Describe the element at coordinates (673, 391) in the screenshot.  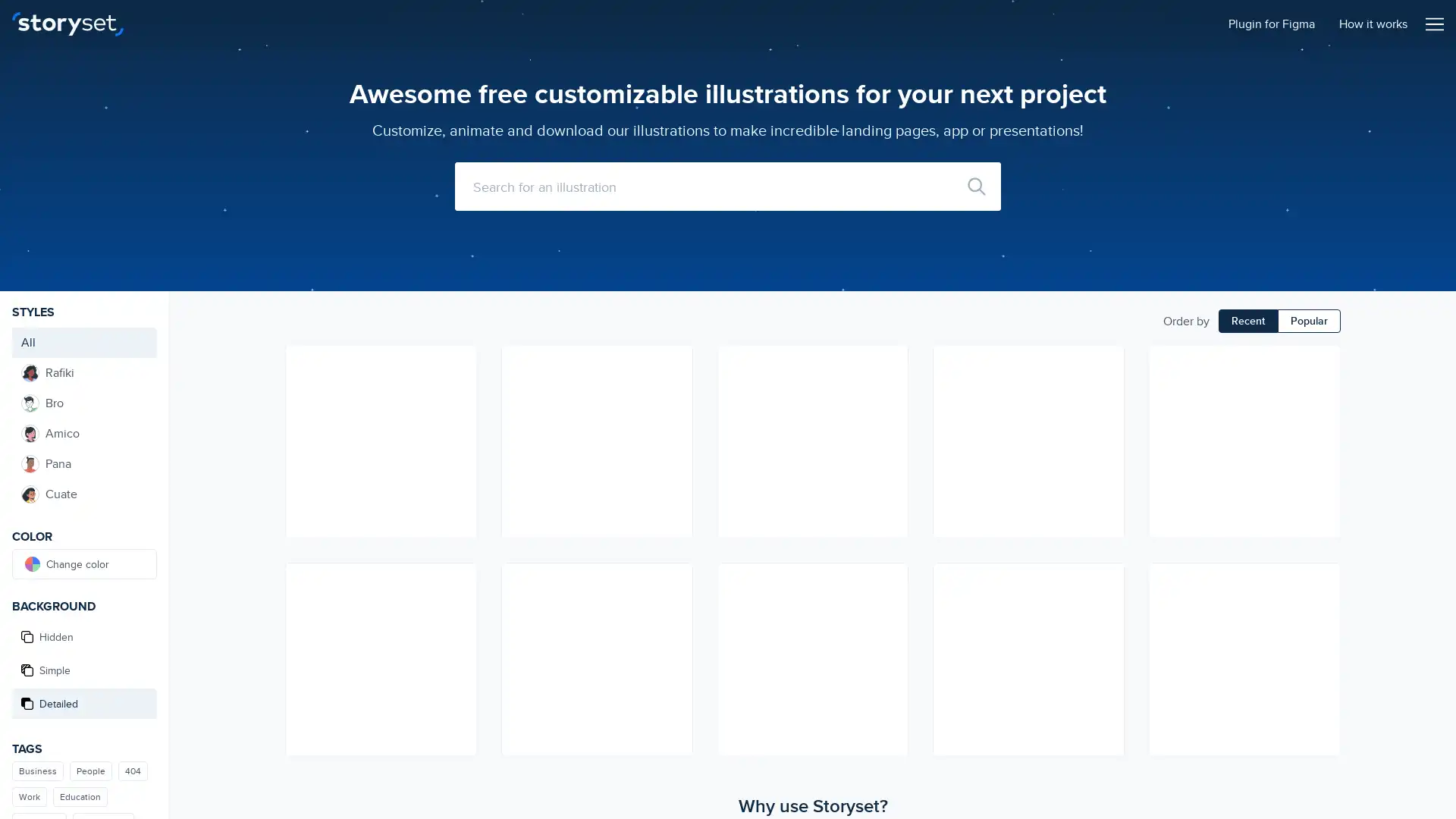
I see `download icon Download` at that location.